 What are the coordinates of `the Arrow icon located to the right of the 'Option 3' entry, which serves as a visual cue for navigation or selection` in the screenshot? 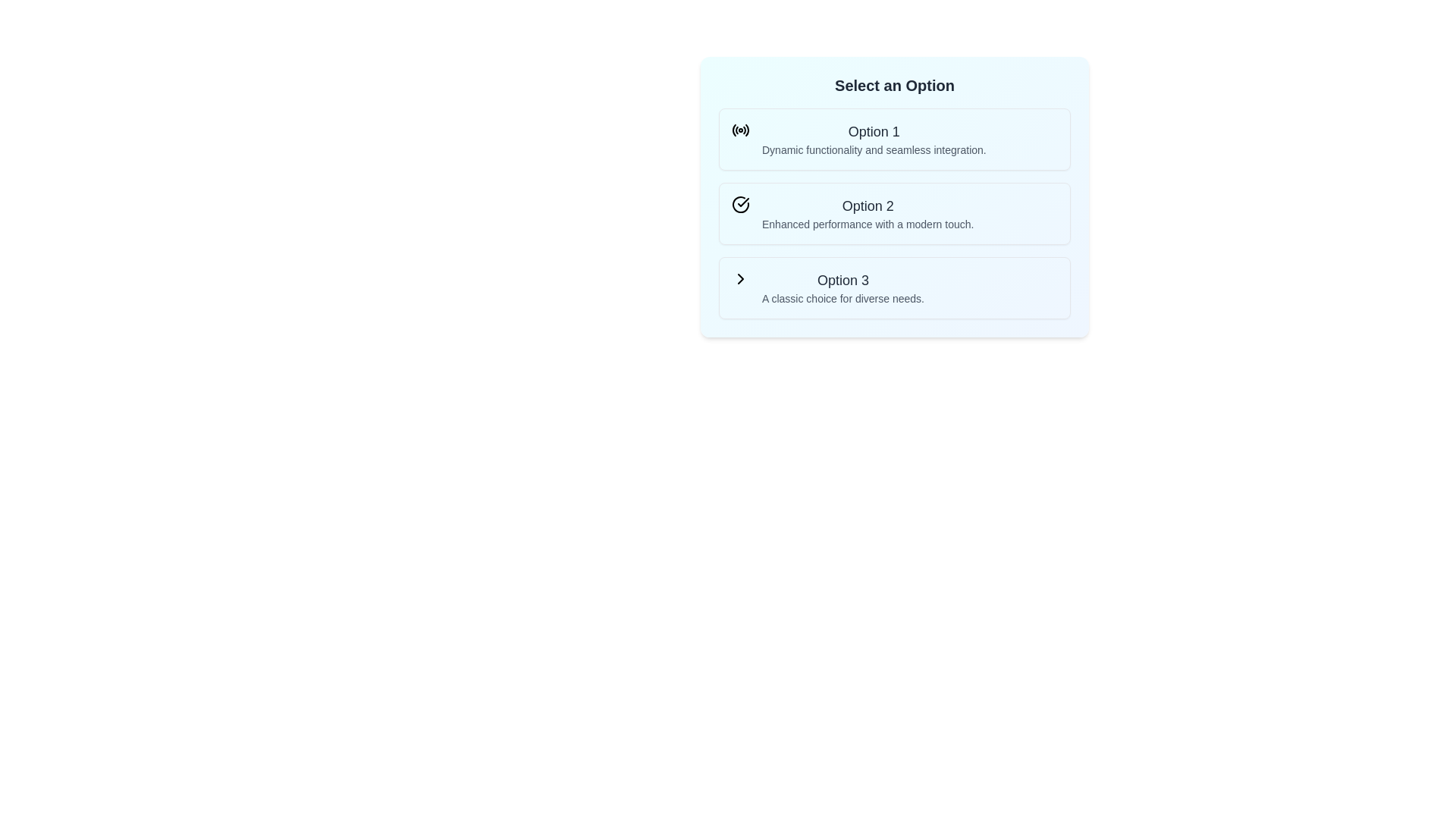 It's located at (741, 278).